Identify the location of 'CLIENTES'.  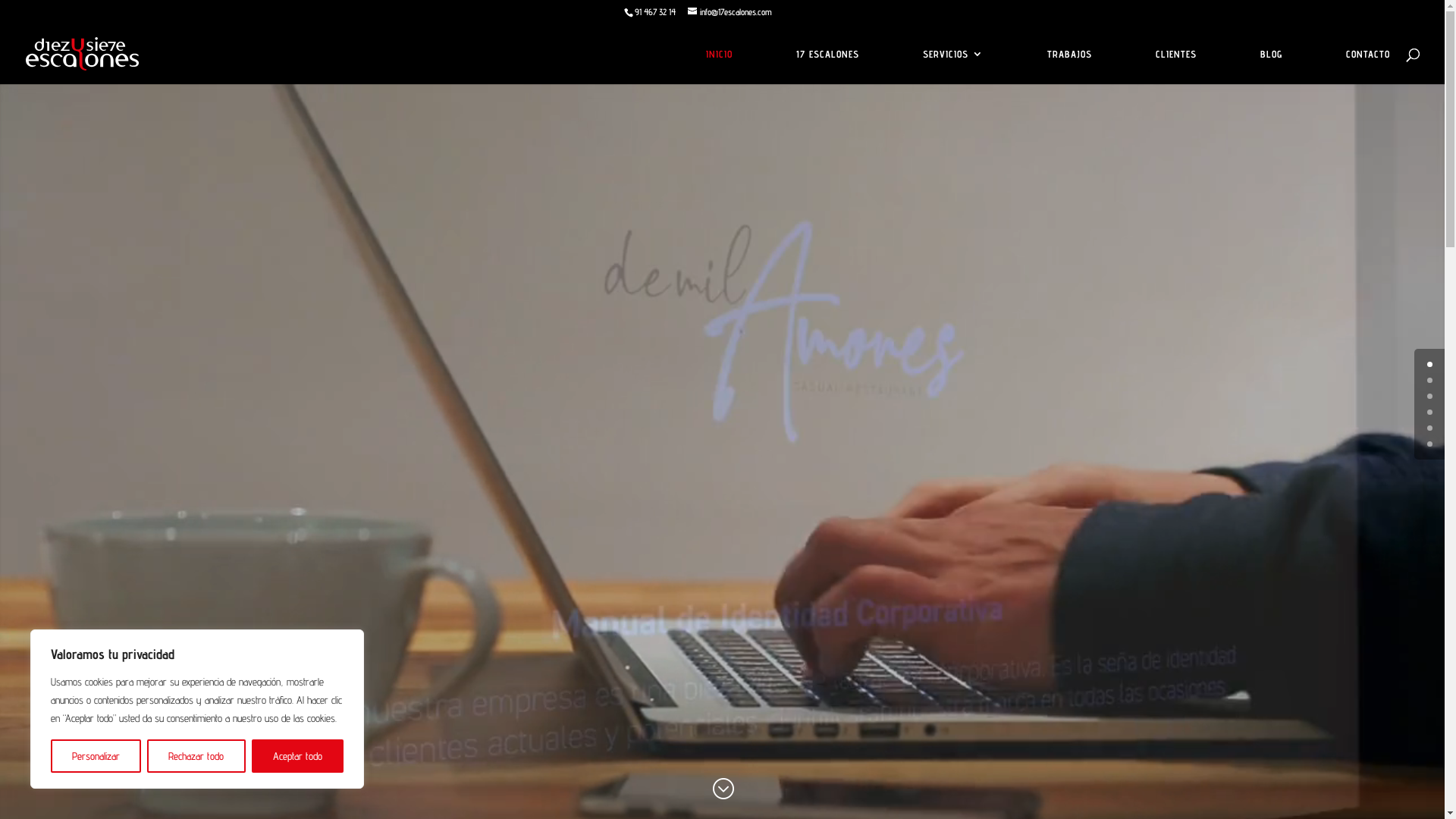
(1175, 65).